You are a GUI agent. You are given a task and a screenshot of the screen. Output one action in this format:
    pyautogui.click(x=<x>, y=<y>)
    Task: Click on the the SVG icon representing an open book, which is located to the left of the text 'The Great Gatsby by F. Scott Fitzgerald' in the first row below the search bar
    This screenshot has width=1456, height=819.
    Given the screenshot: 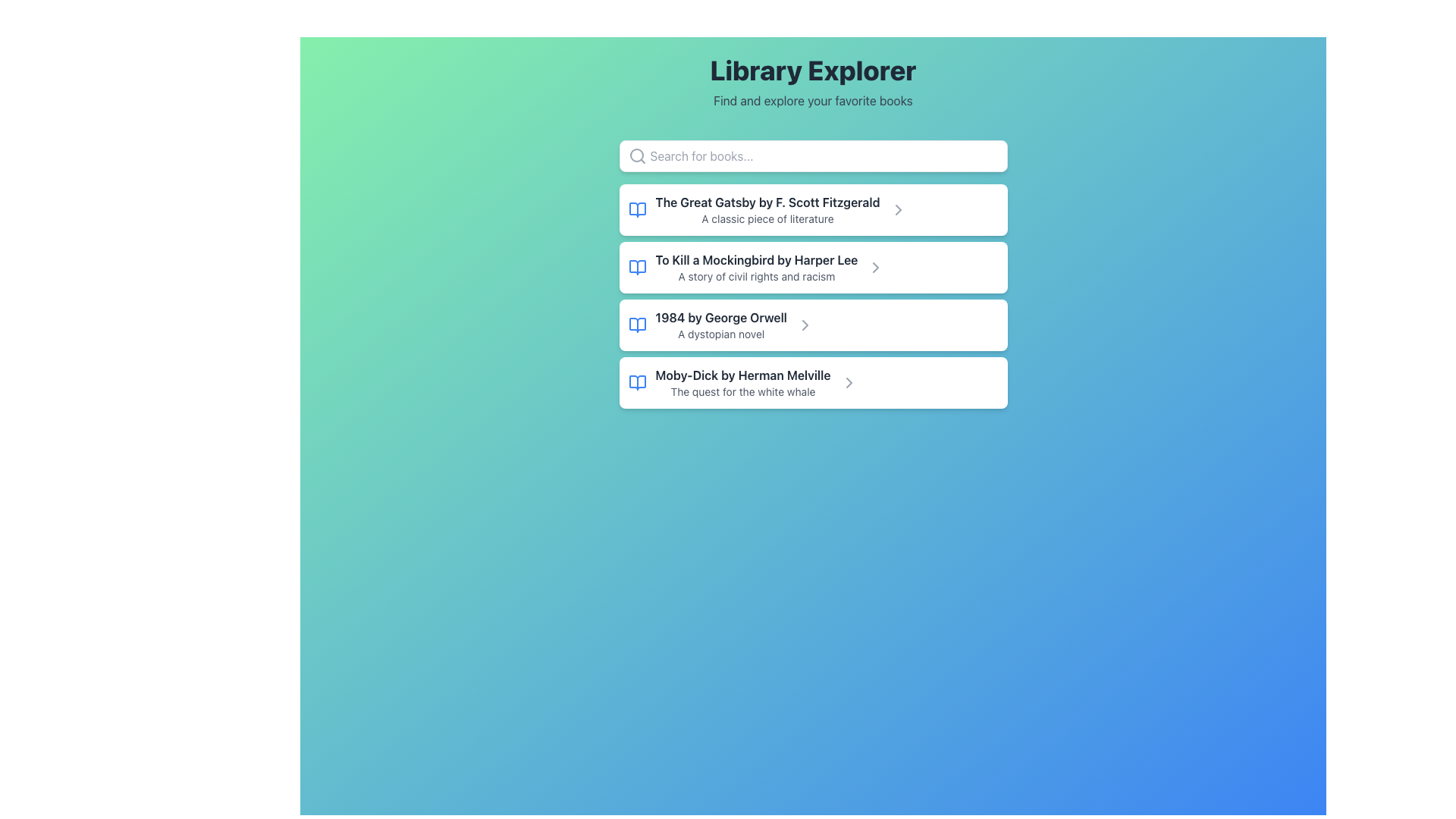 What is the action you would take?
    pyautogui.click(x=637, y=210)
    